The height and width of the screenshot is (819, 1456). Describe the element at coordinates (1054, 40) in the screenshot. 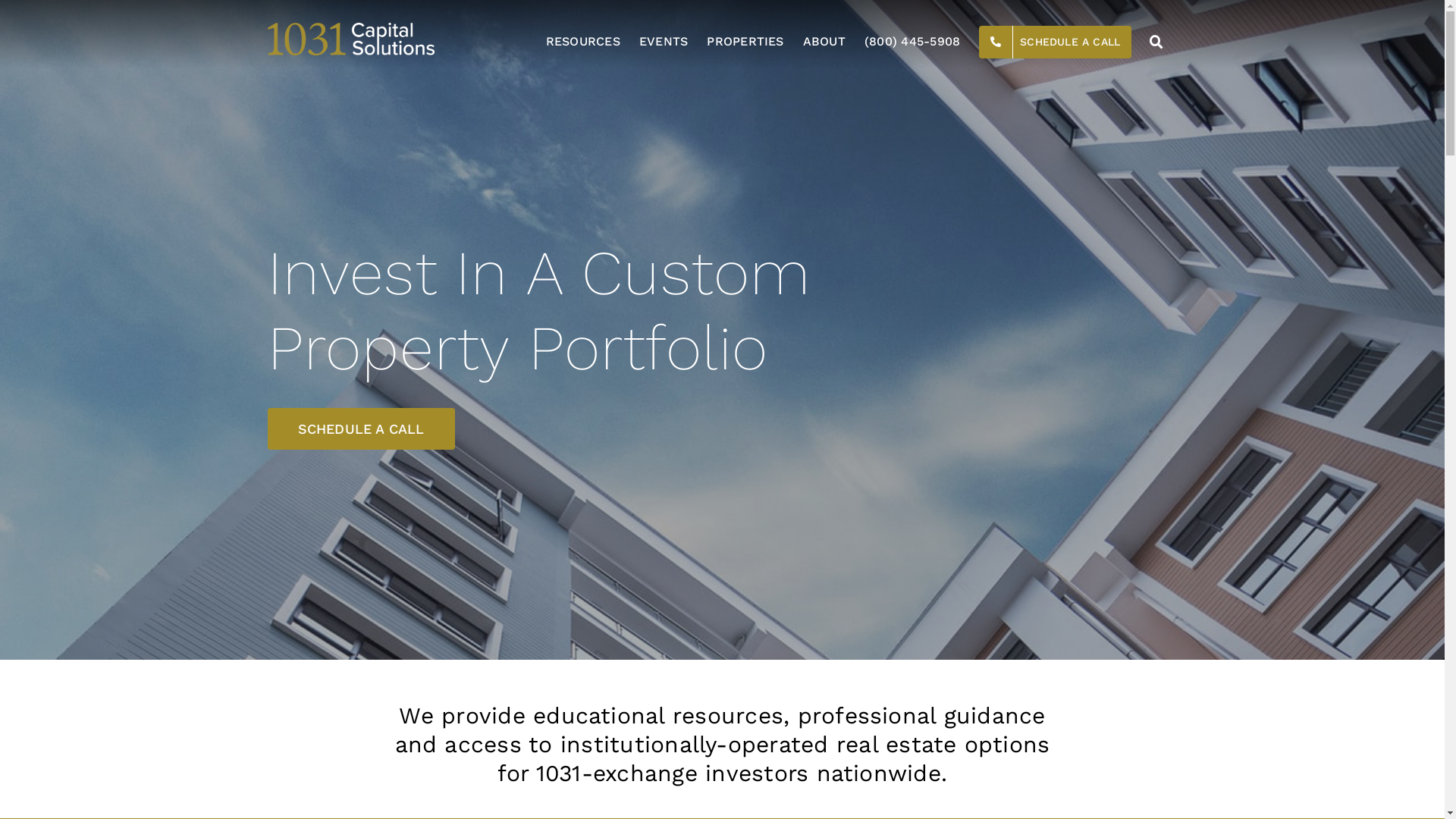

I see `'SCHEDULE A CALL'` at that location.